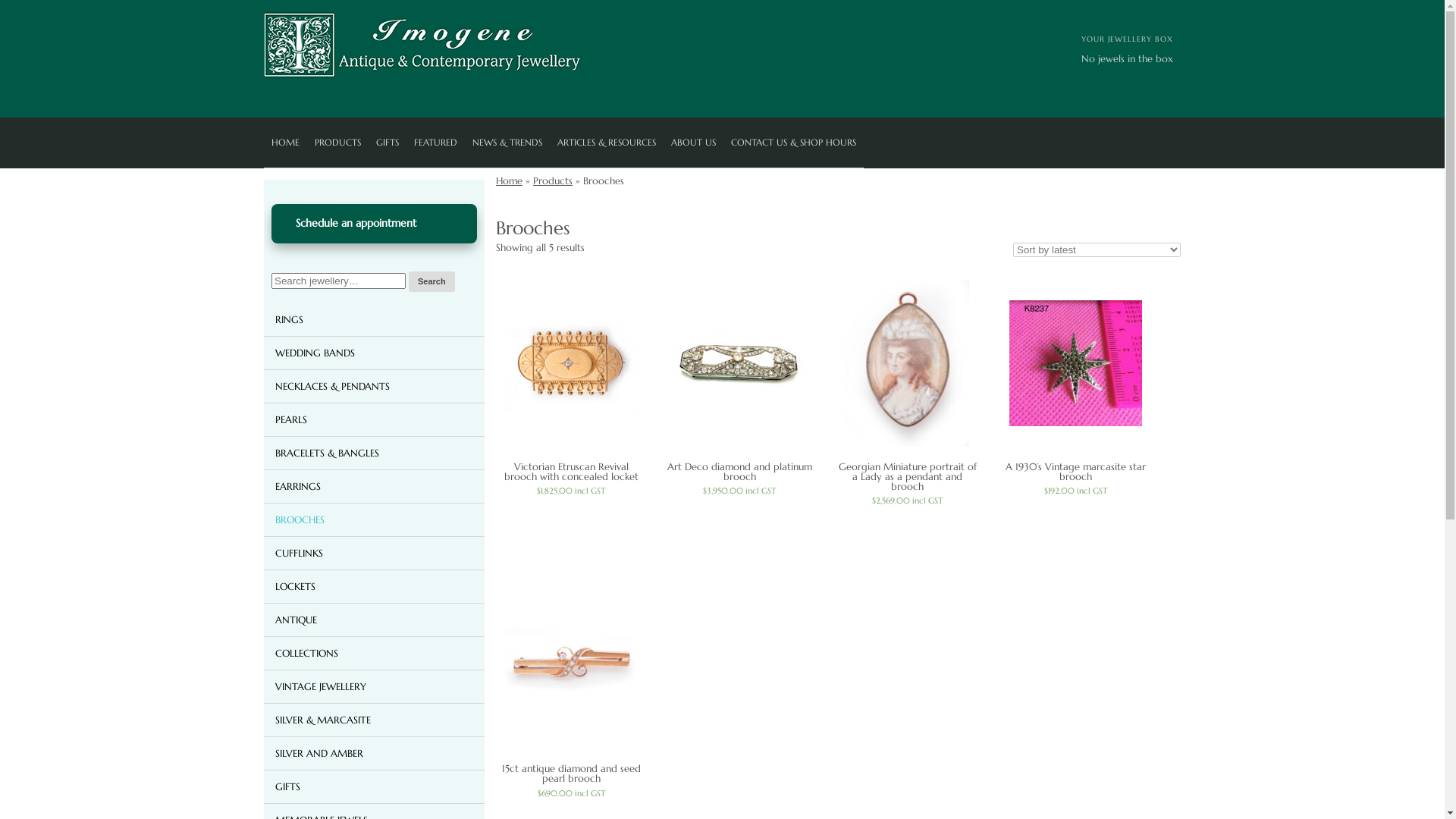 The image size is (1456, 819). What do you see at coordinates (285, 143) in the screenshot?
I see `'HOME'` at bounding box center [285, 143].